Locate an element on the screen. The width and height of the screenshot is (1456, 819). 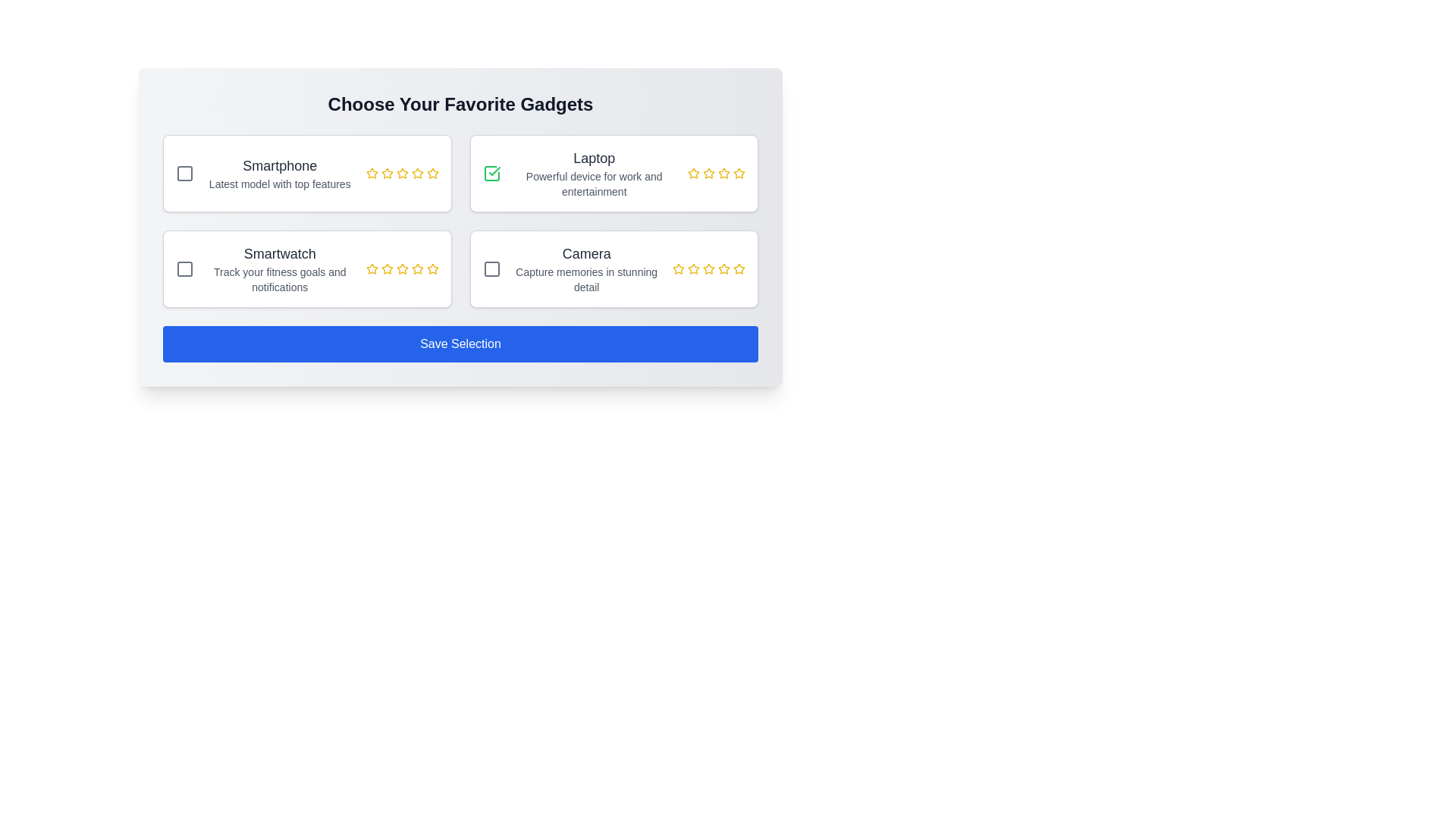
the specific star in the Rating Component for the 'Laptop' product to set the rating is located at coordinates (716, 172).